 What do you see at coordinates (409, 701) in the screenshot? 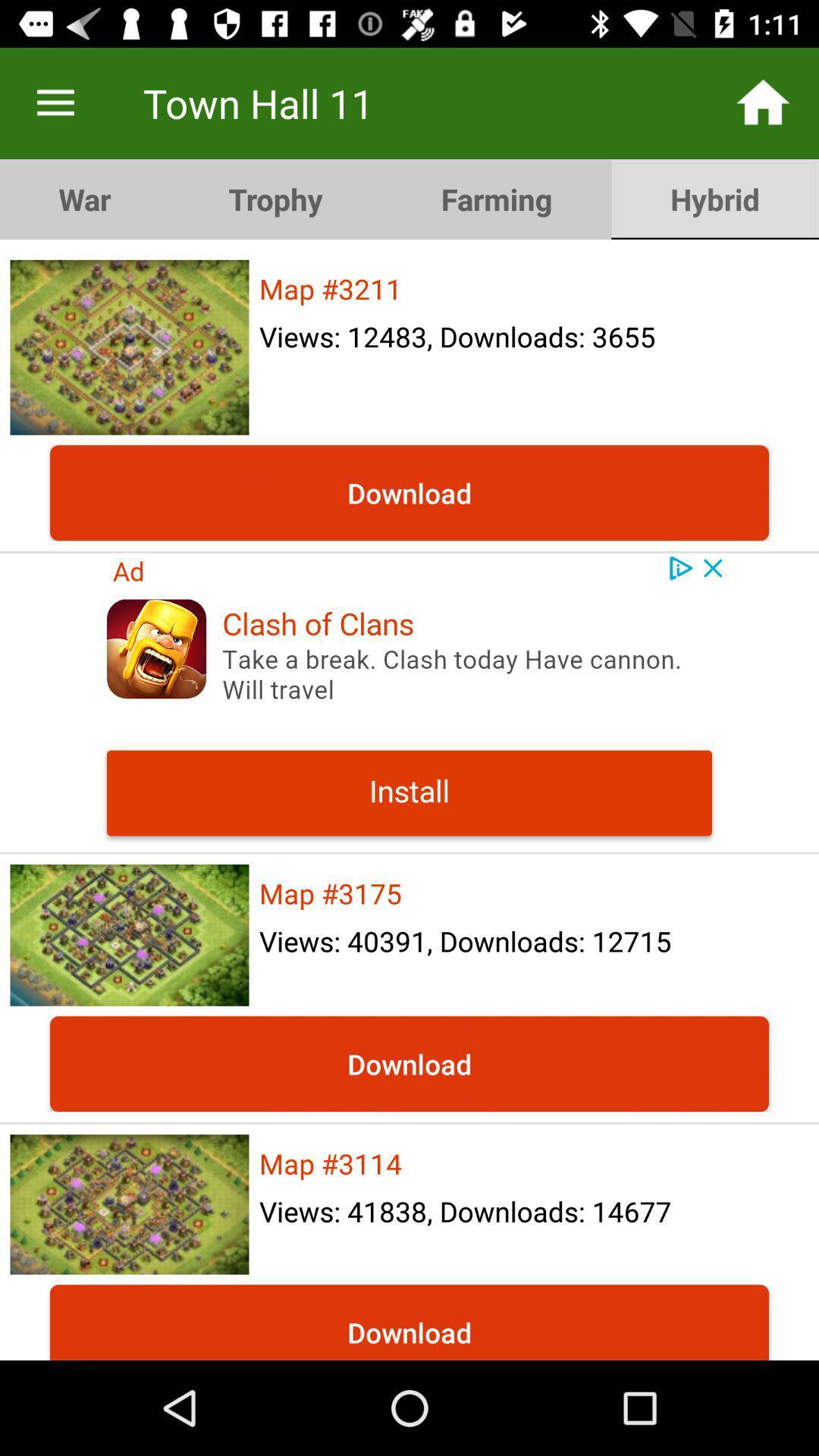
I see `click advertisement` at bounding box center [409, 701].